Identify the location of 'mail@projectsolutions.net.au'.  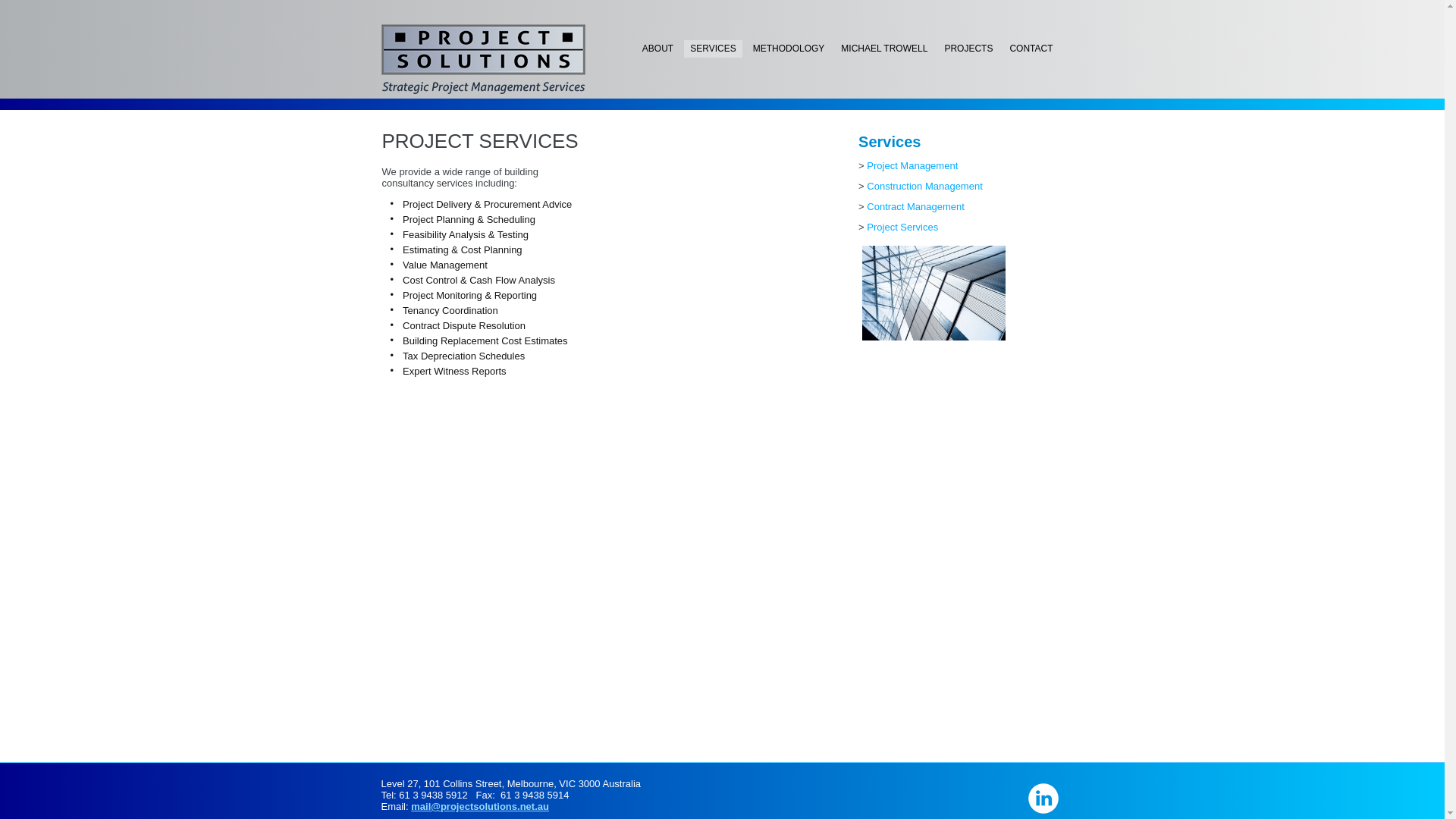
(479, 805).